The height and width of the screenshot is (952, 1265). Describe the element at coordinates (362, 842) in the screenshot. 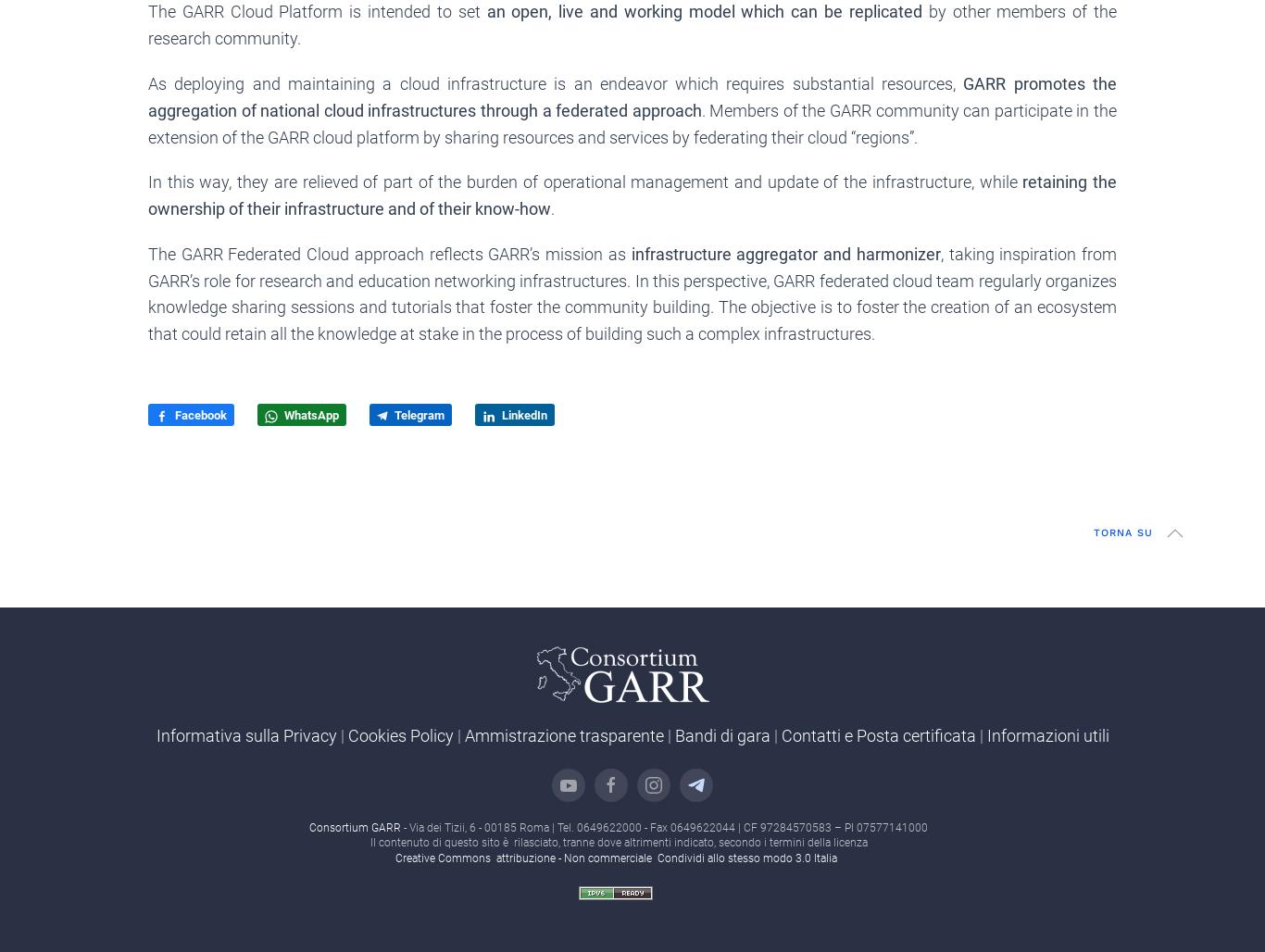

I see `'Il contenuto di questo sito è  rilasciato, tranne dove altrimenti indicato, secondo i termini della licenza'` at that location.